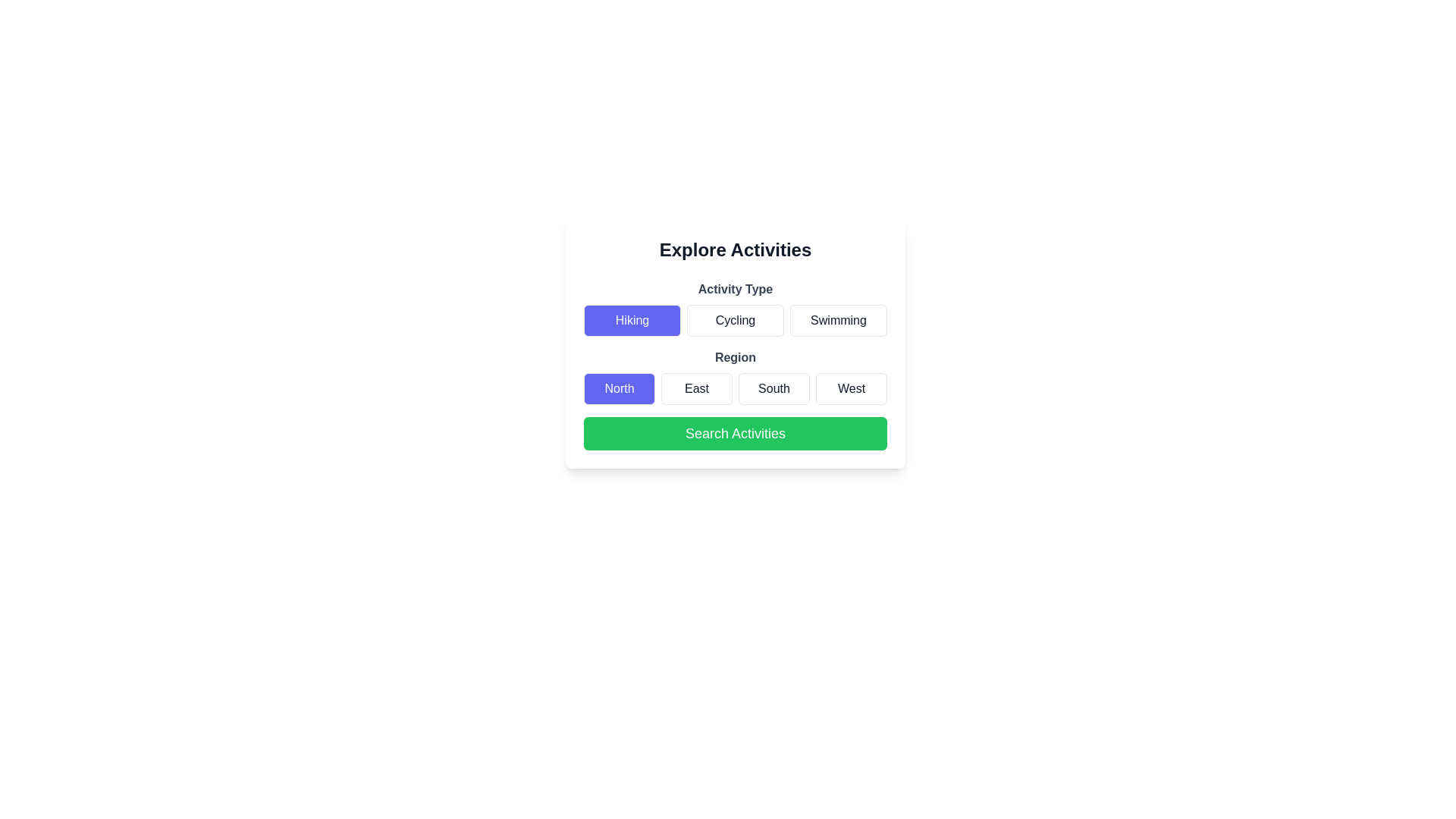  What do you see at coordinates (619, 388) in the screenshot?
I see `the 'North' button with a purple background and white bold text in the 'Region' section to change its state` at bounding box center [619, 388].